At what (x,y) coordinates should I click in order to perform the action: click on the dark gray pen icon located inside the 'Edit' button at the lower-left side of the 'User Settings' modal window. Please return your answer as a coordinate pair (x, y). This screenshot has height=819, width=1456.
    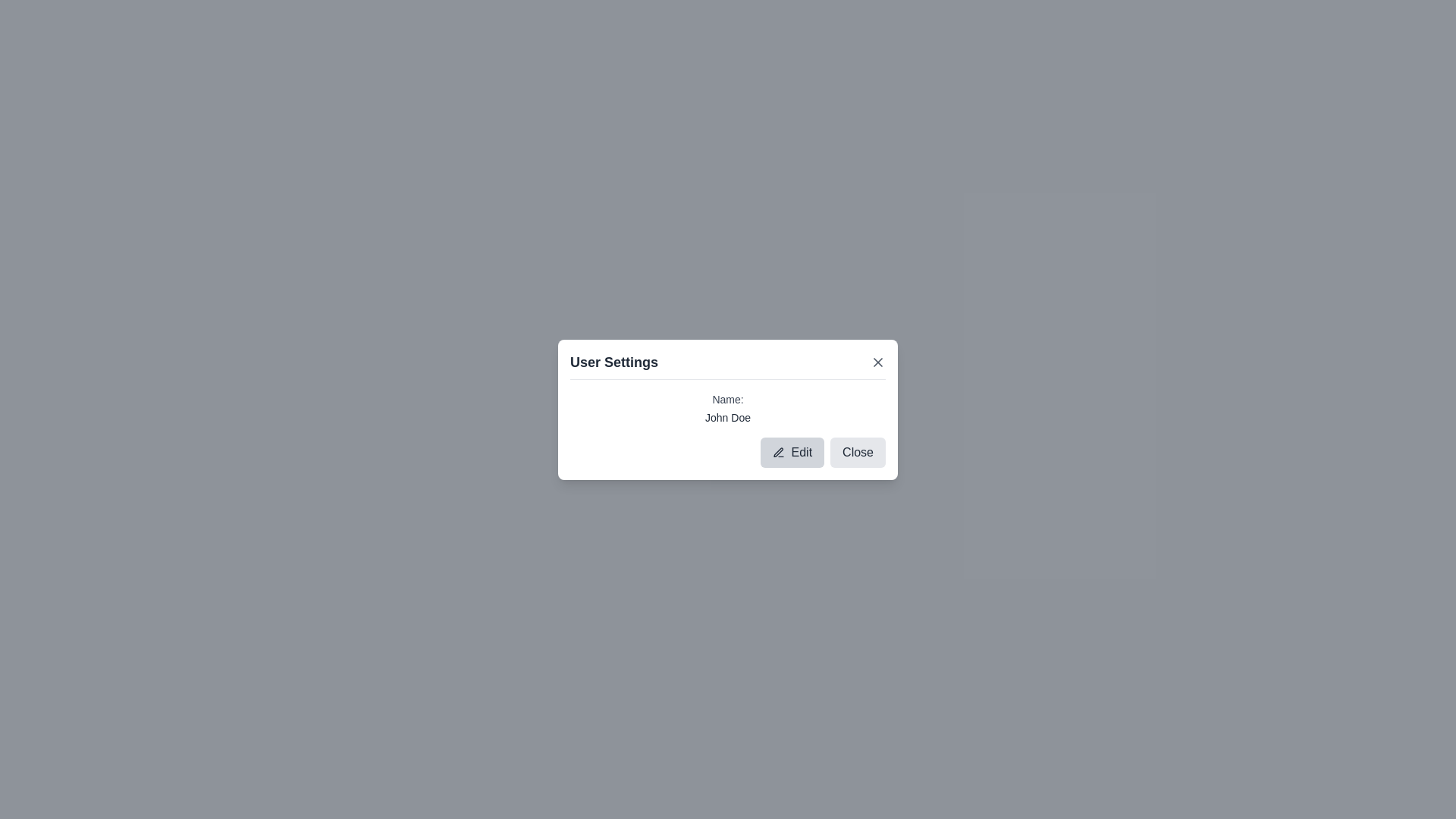
    Looking at the image, I should click on (779, 452).